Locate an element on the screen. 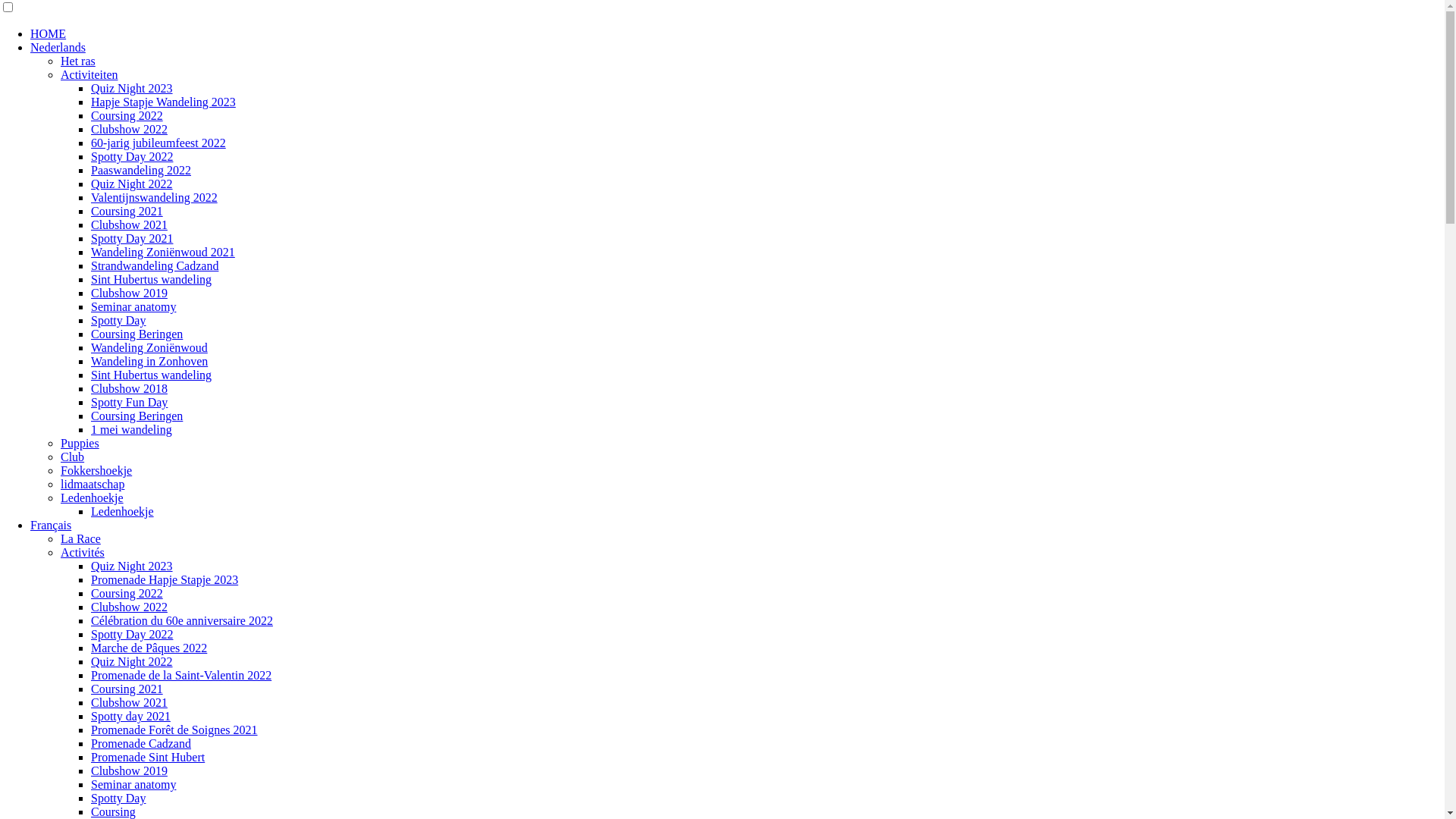 This screenshot has height=819, width=1456. 'Coursing 2021' is located at coordinates (127, 689).